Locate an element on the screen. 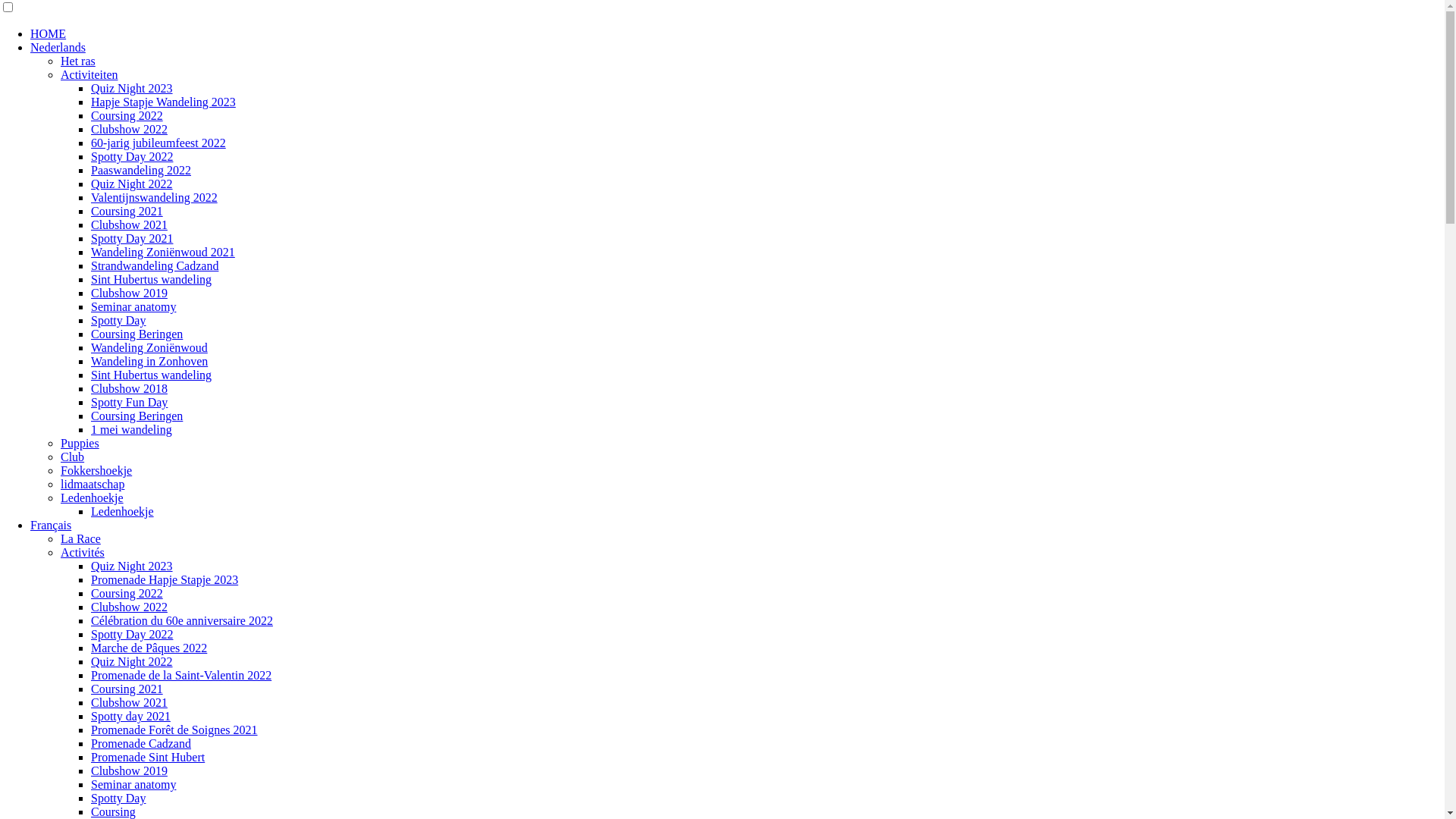 This screenshot has height=819, width=1456. 'Coursing 2021' is located at coordinates (127, 689).